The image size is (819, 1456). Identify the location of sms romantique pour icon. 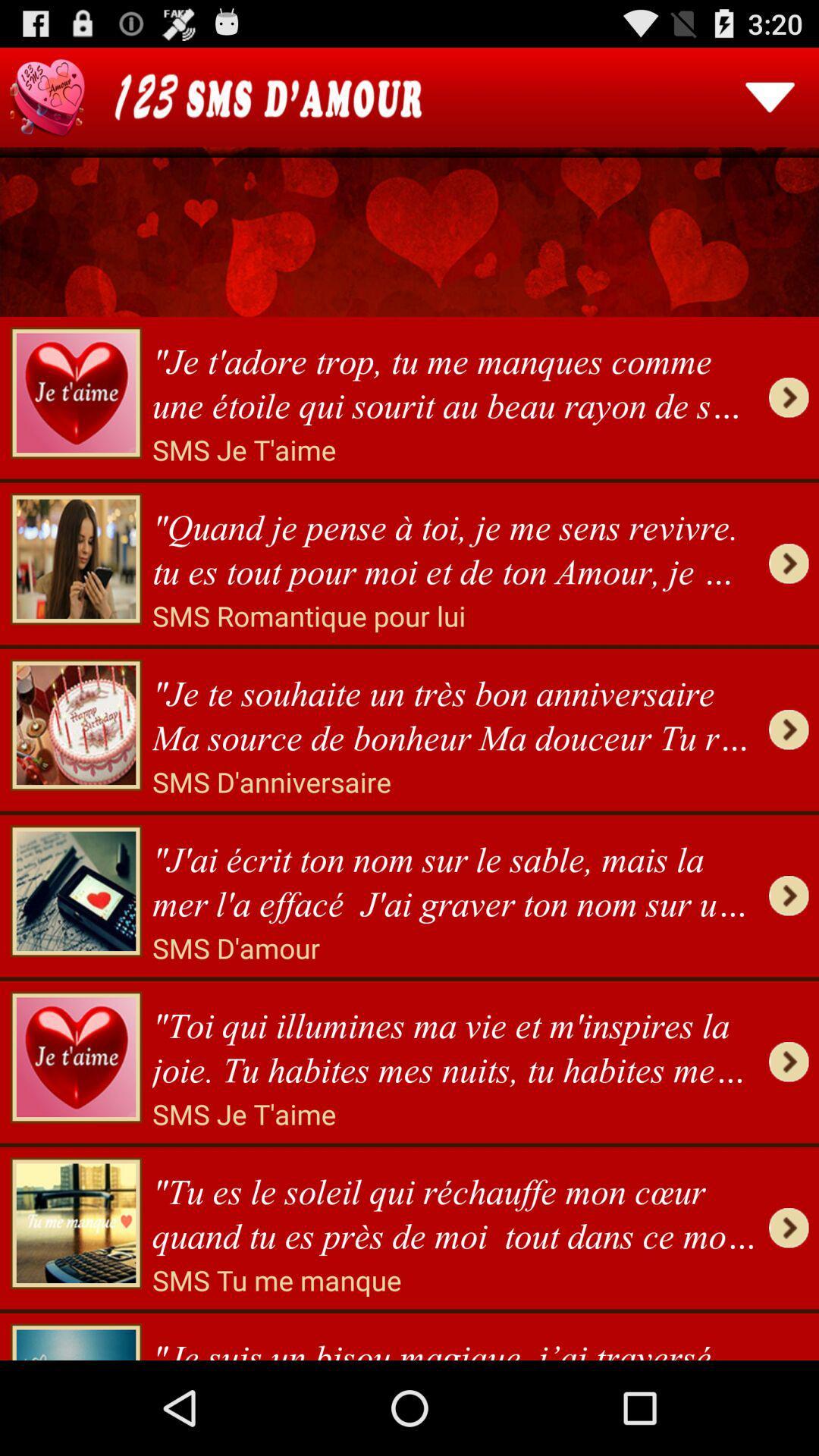
(308, 616).